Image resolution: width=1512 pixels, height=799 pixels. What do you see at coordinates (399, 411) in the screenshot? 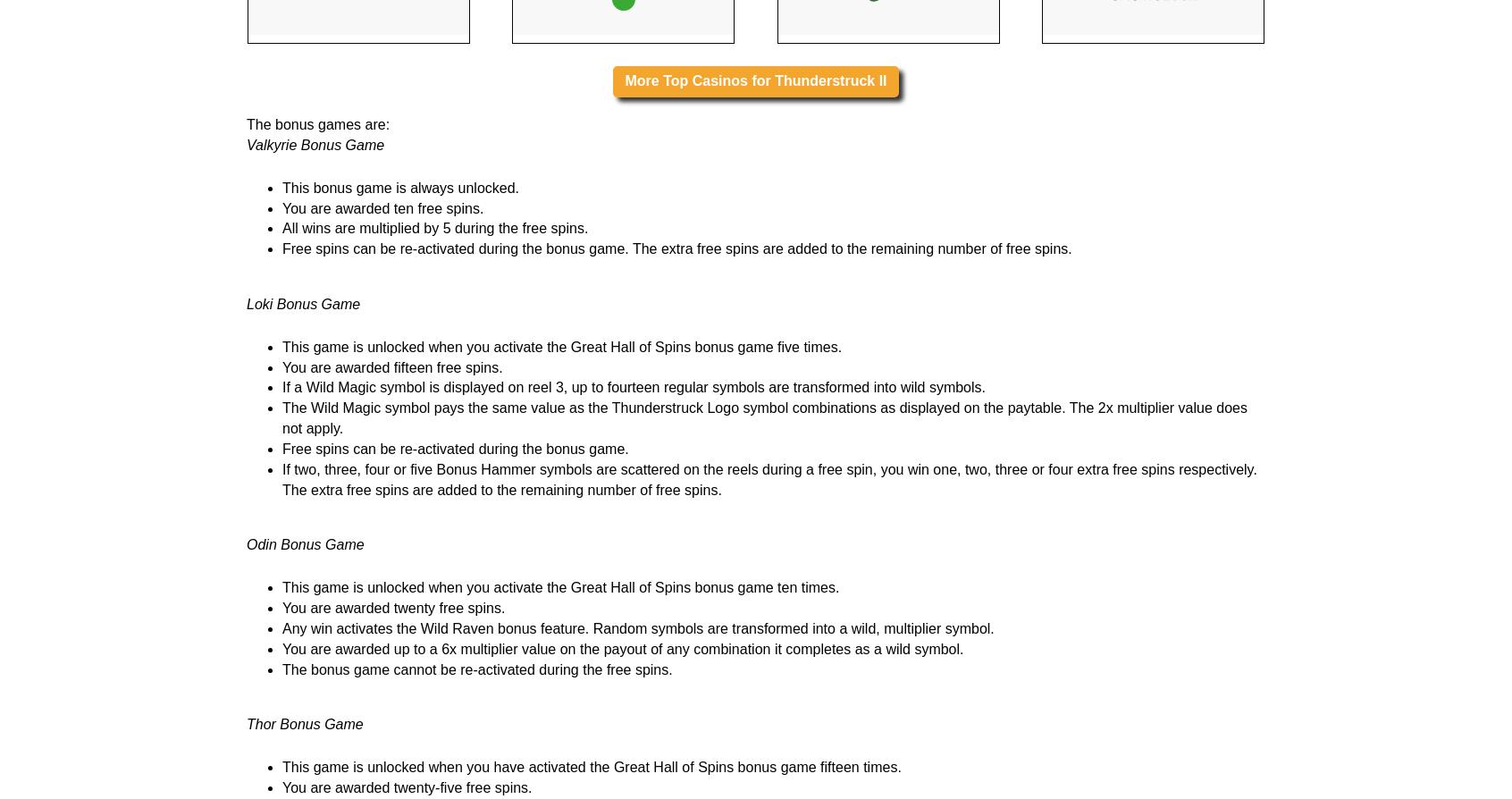
I see `'This bonus game is always unlocked.'` at bounding box center [399, 411].